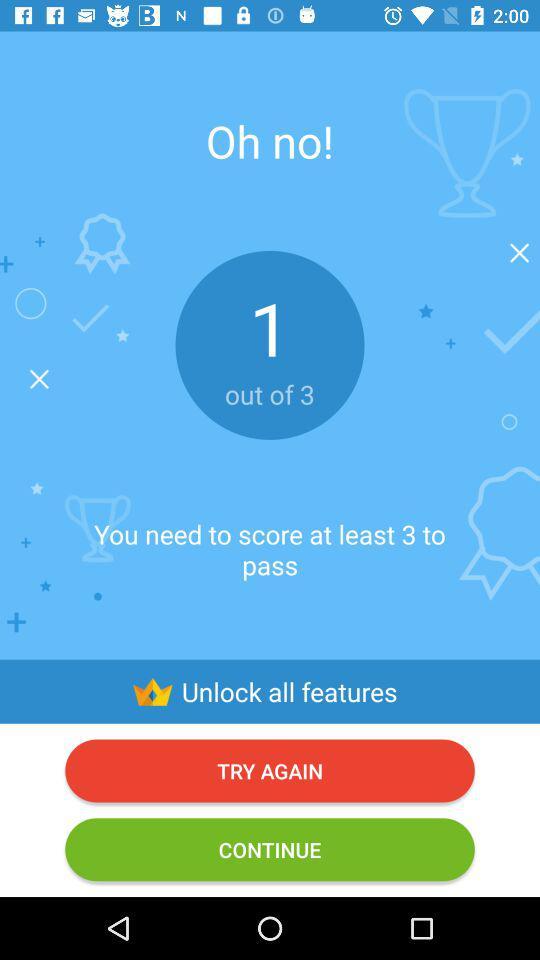 Image resolution: width=540 pixels, height=960 pixels. What do you see at coordinates (270, 848) in the screenshot?
I see `continue` at bounding box center [270, 848].